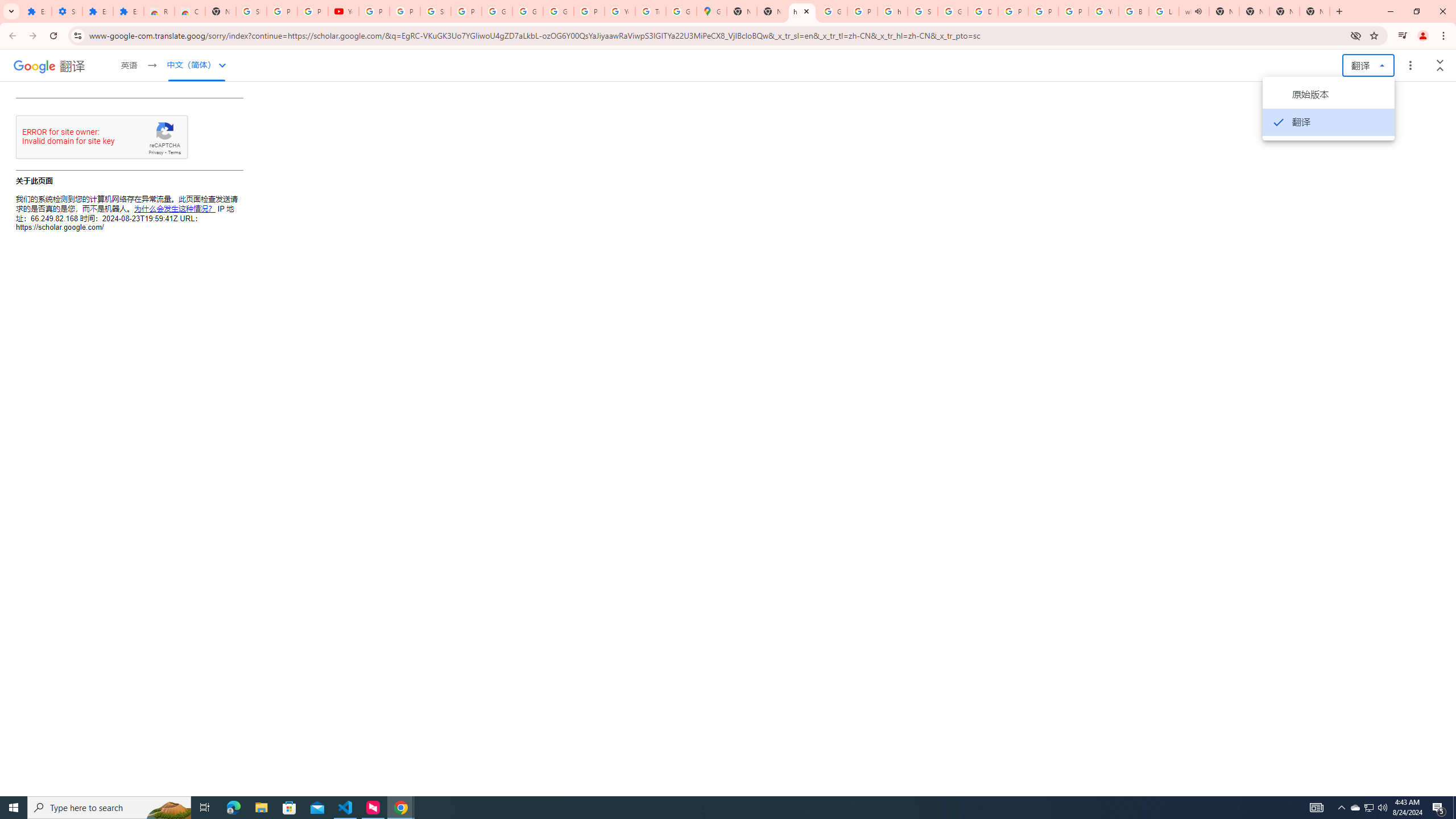 This screenshot has height=819, width=1456. Describe the element at coordinates (190, 11) in the screenshot. I see `'Chrome Web Store - Themes'` at that location.